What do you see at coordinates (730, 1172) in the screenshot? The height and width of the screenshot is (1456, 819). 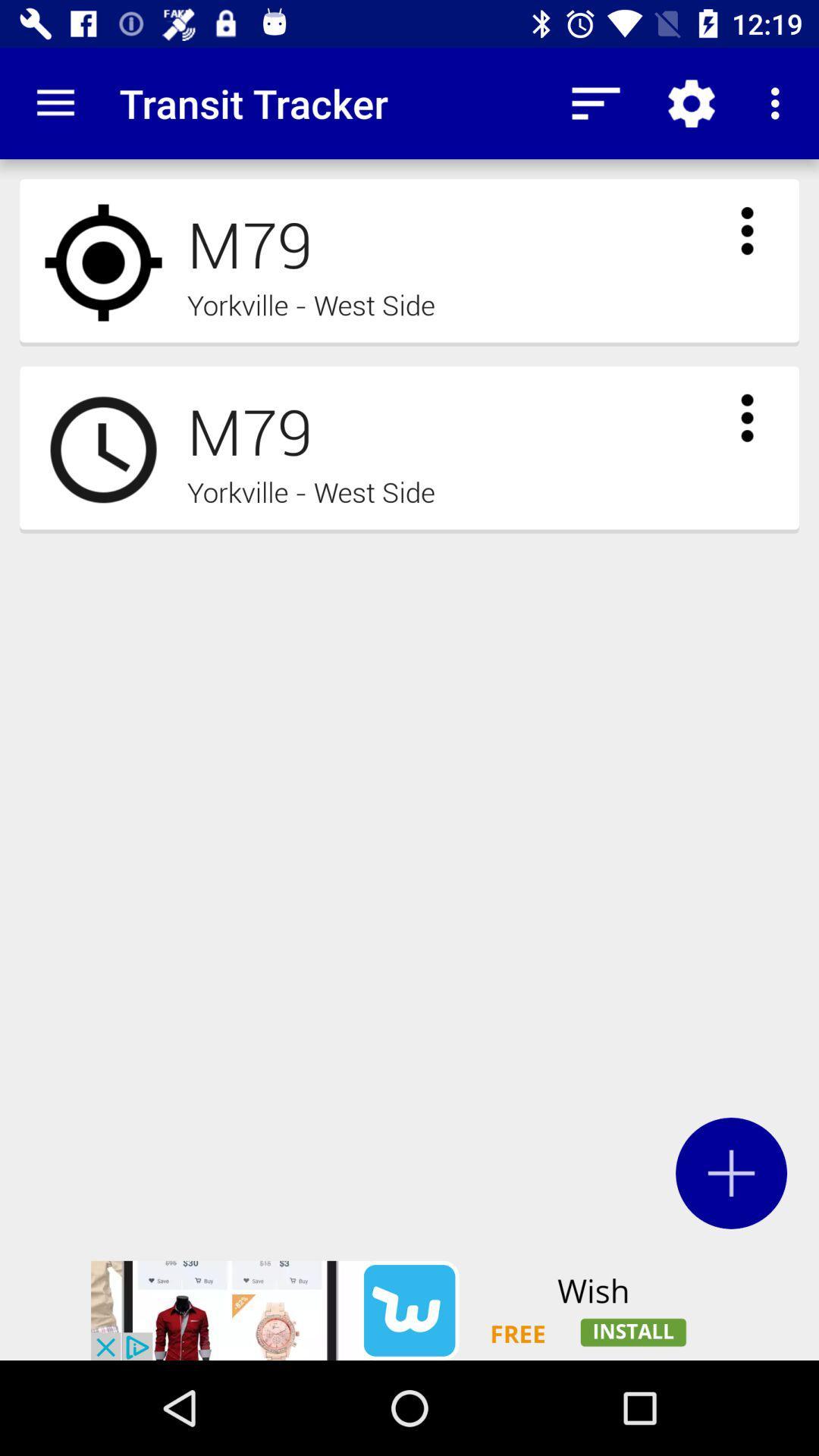 I see `add` at bounding box center [730, 1172].